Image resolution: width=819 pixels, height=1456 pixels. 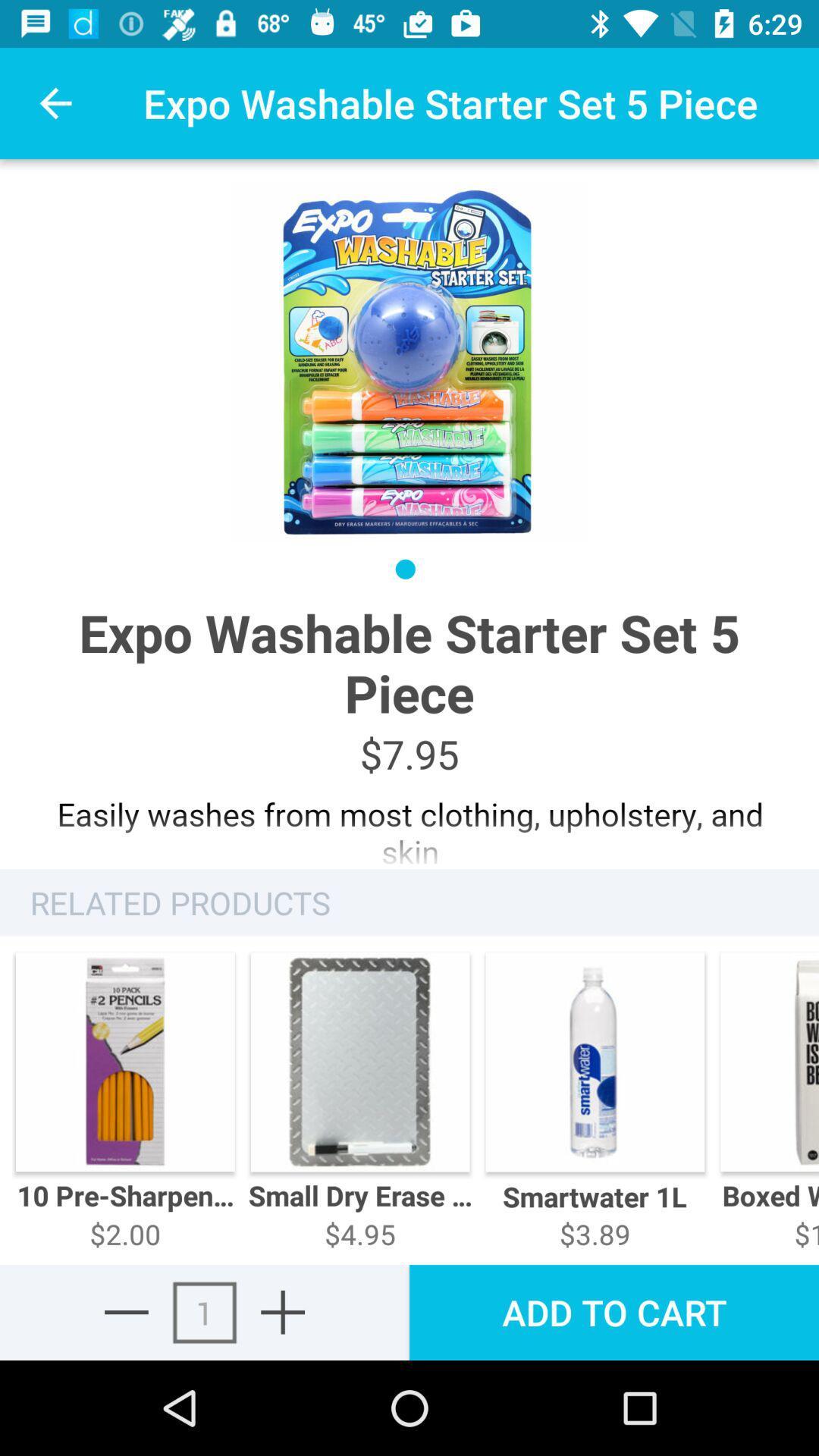 I want to click on button, so click(x=283, y=1311).